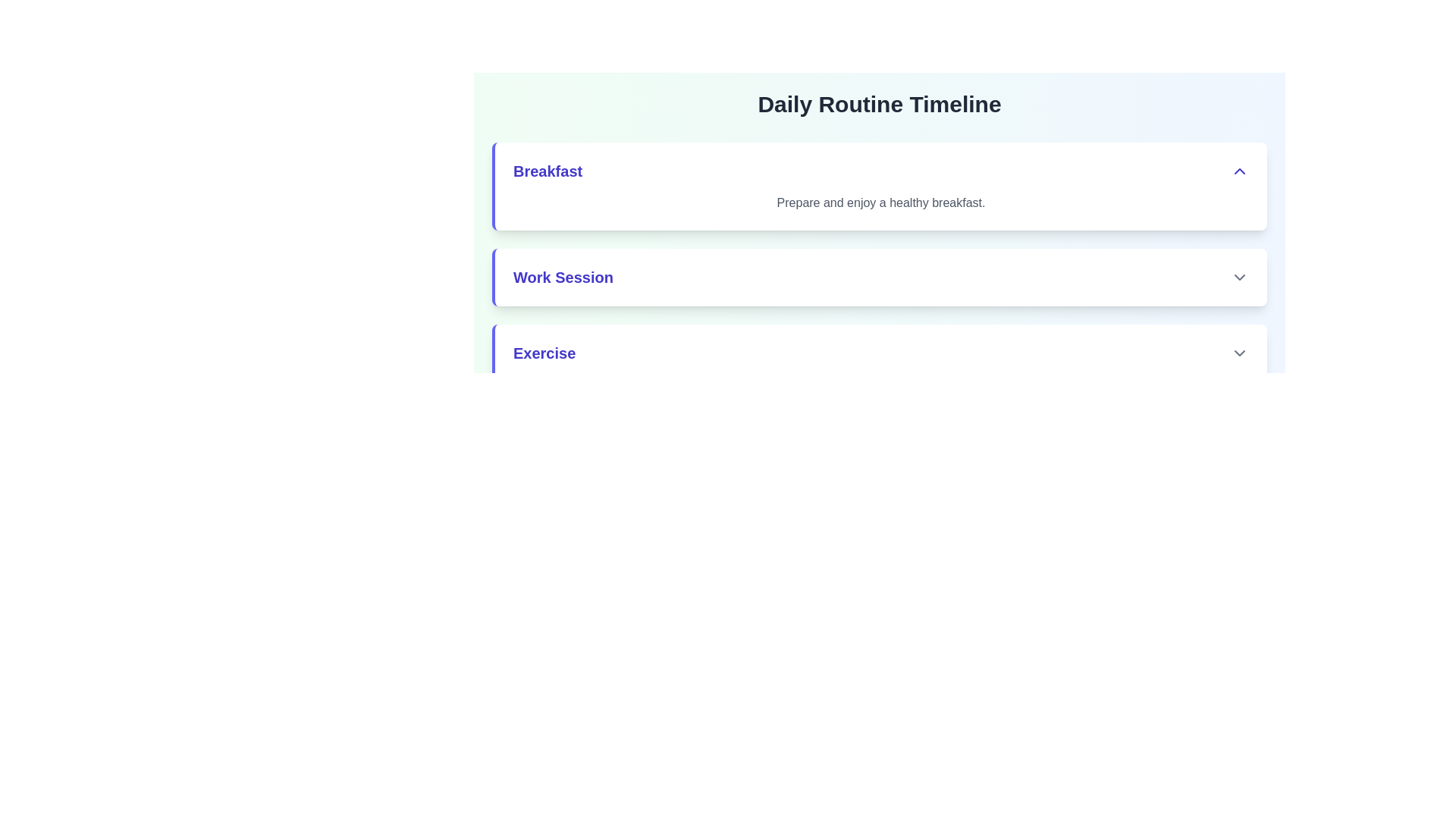  I want to click on the text element displaying 'Prepare and enjoy a healthy breakfast.' which is located under the bold label 'Breakfast', so click(880, 202).